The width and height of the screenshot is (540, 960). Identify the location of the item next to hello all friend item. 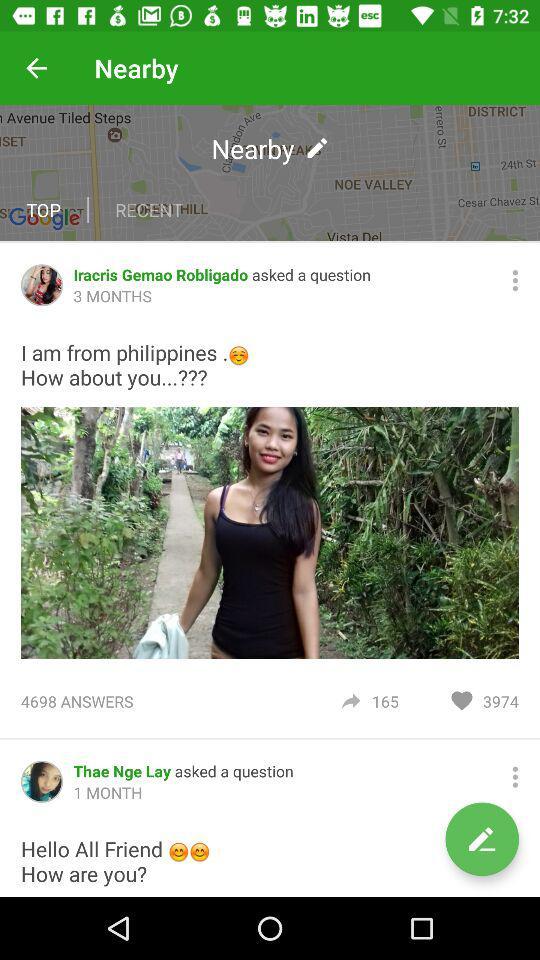
(481, 839).